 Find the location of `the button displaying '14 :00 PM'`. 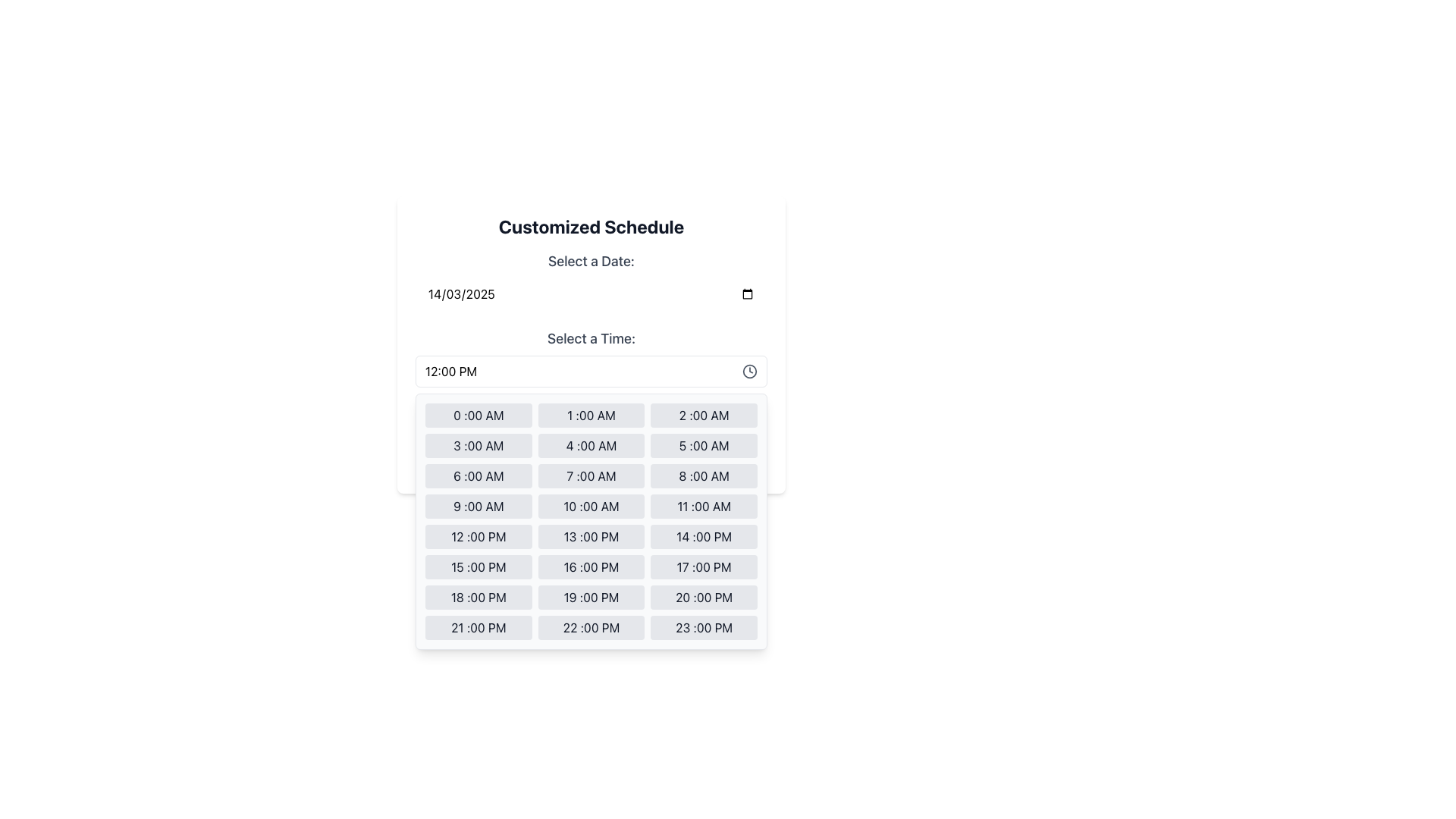

the button displaying '14 :00 PM' is located at coordinates (703, 536).